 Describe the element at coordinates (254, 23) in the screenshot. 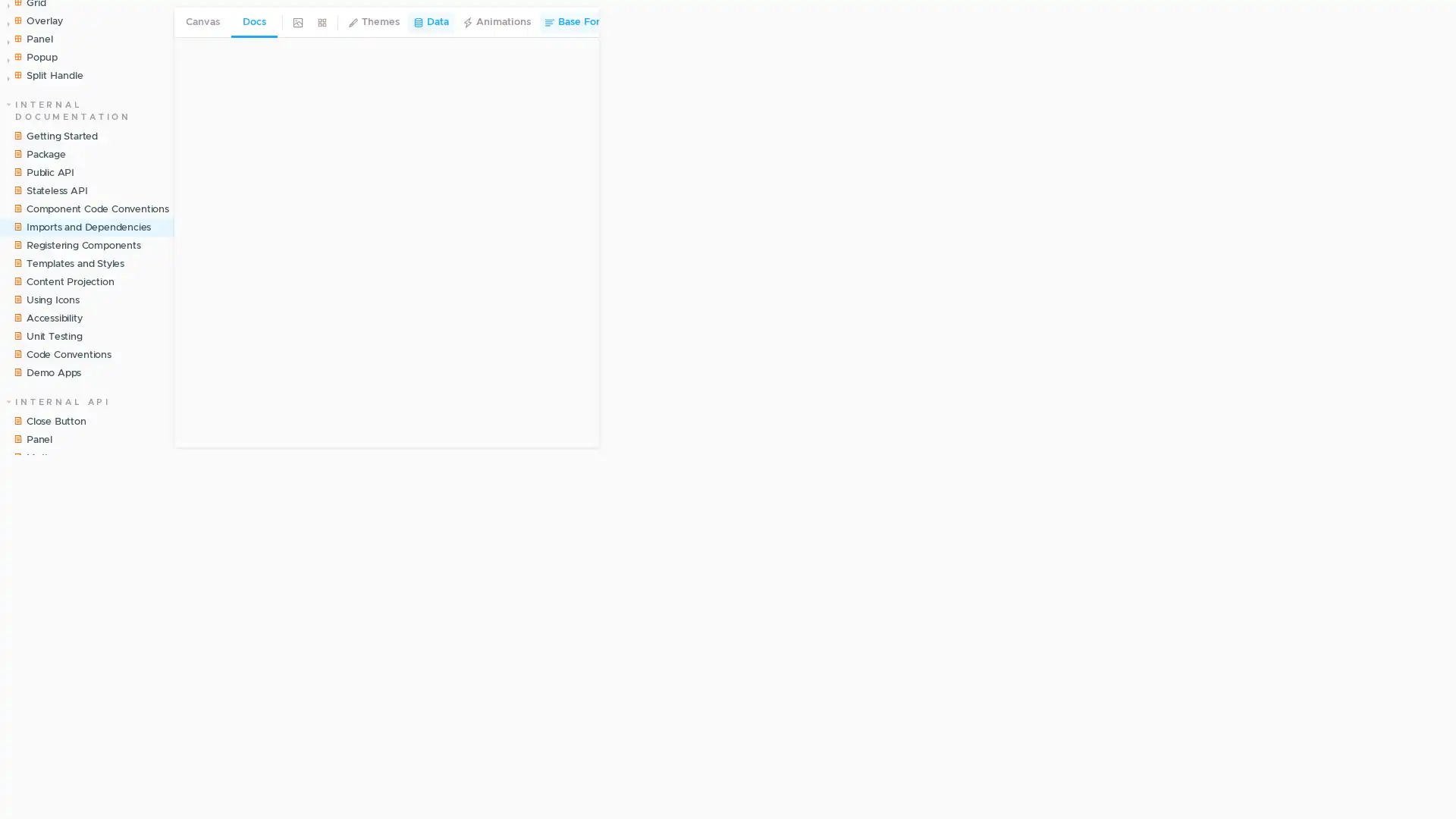

I see `Docs` at that location.